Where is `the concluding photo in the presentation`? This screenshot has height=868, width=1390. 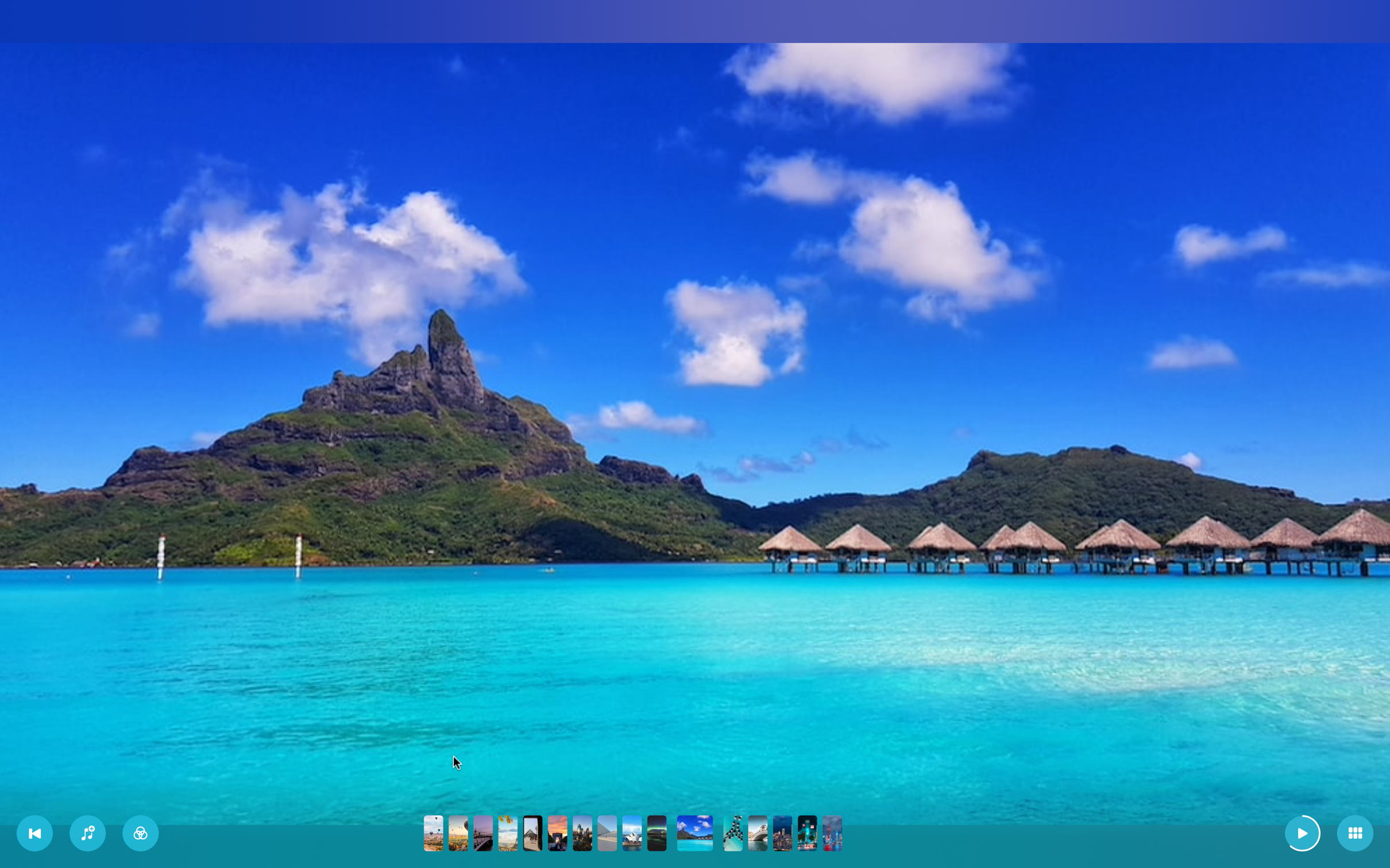
the concluding photo in the presentation is located at coordinates (832, 834).